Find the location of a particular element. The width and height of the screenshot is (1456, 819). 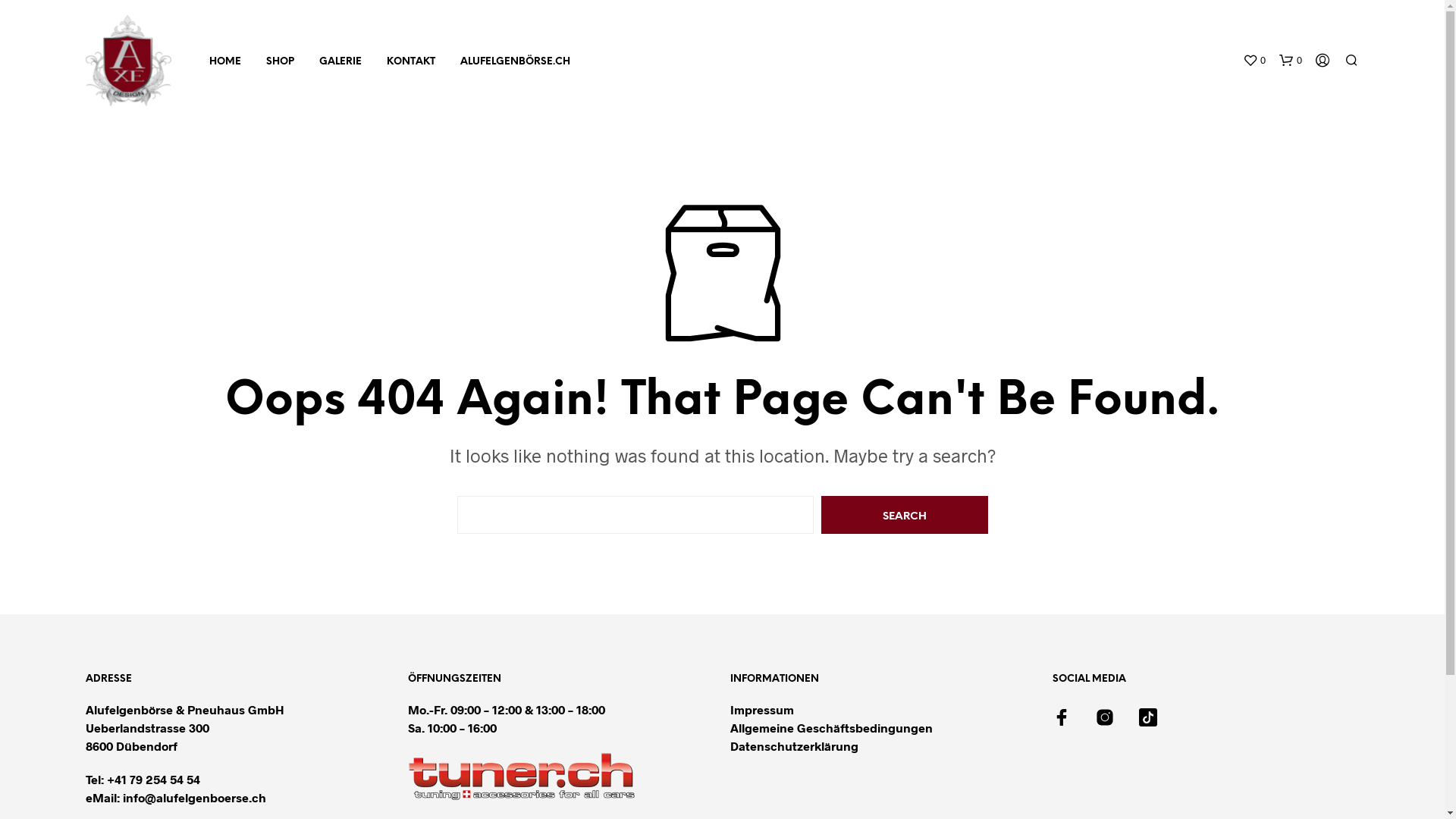

'info@alufelgenboerse.ch' is located at coordinates (193, 796).